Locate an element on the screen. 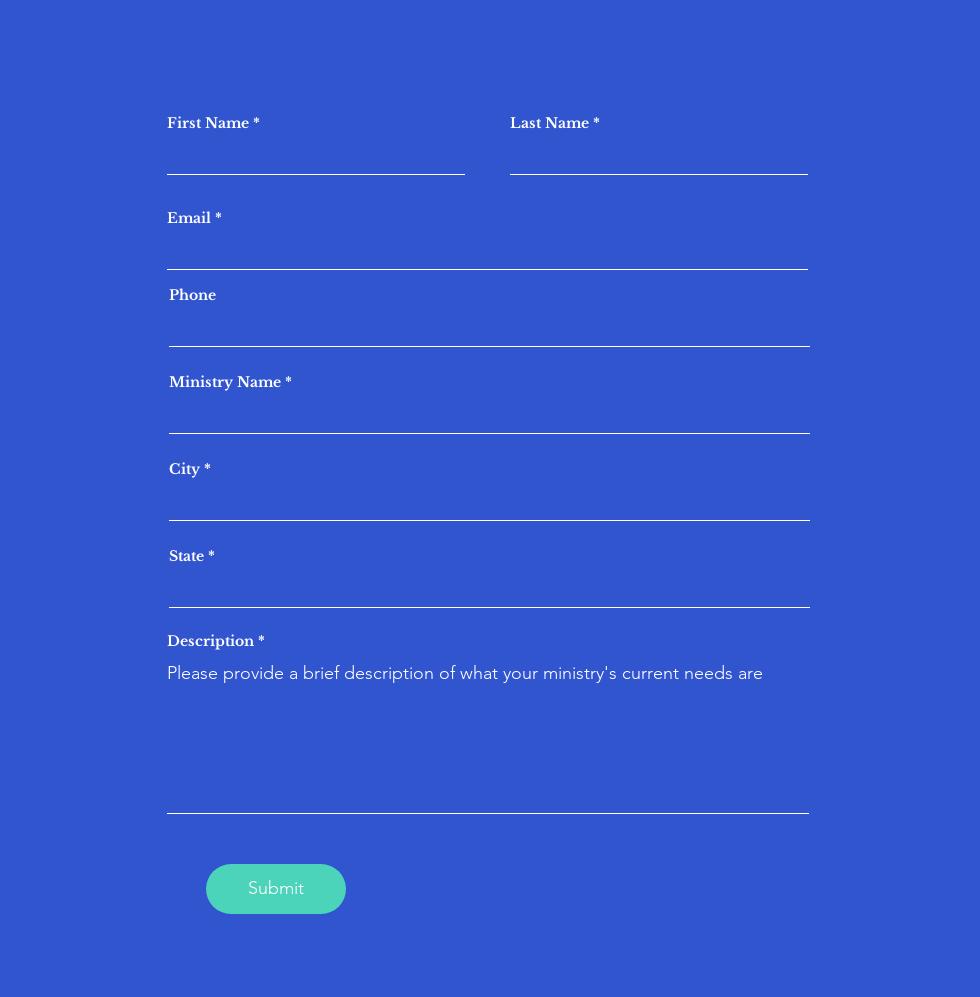 This screenshot has height=997, width=980. 'State' is located at coordinates (186, 555).